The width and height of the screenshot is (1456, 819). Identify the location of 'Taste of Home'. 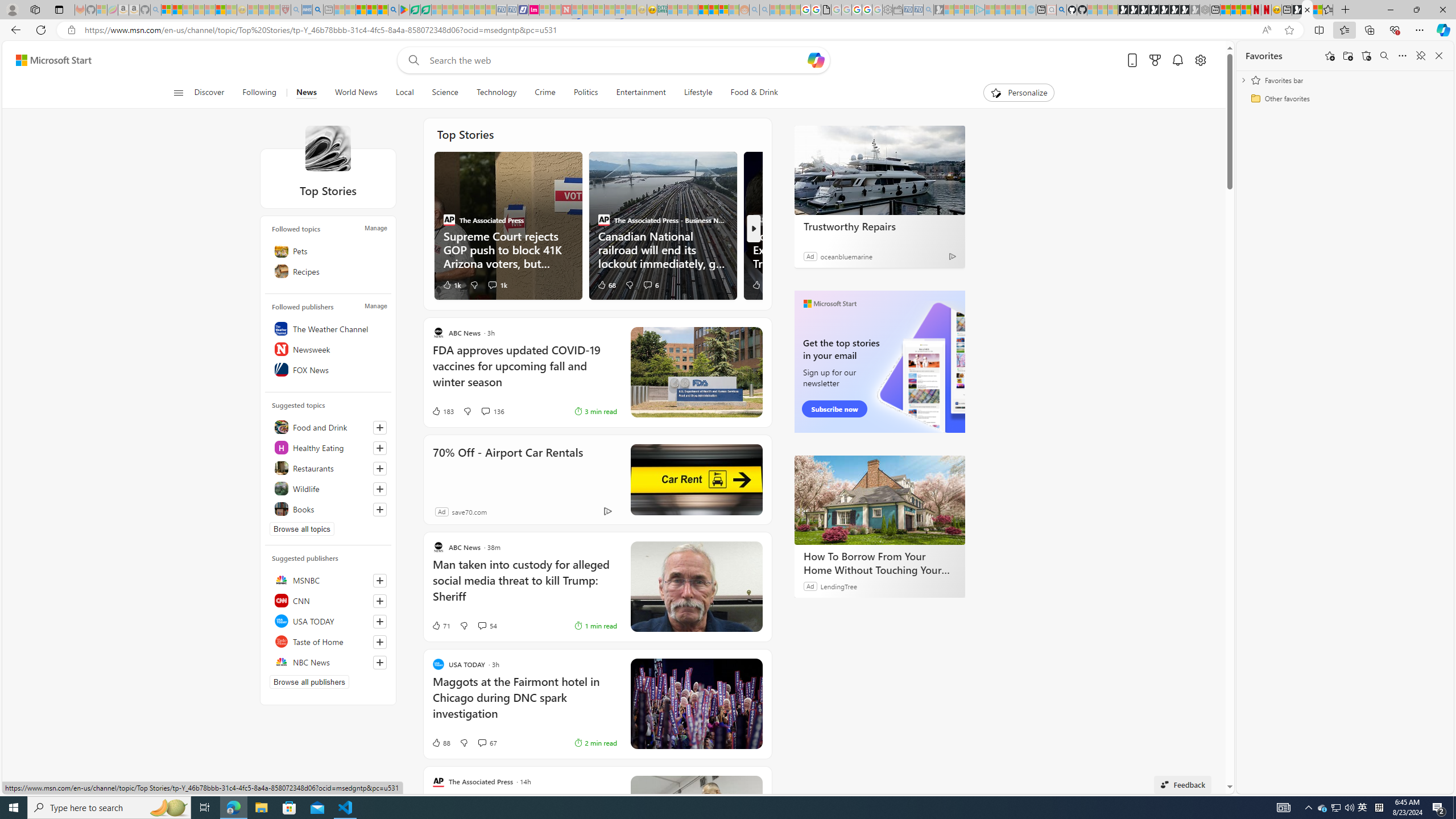
(327, 641).